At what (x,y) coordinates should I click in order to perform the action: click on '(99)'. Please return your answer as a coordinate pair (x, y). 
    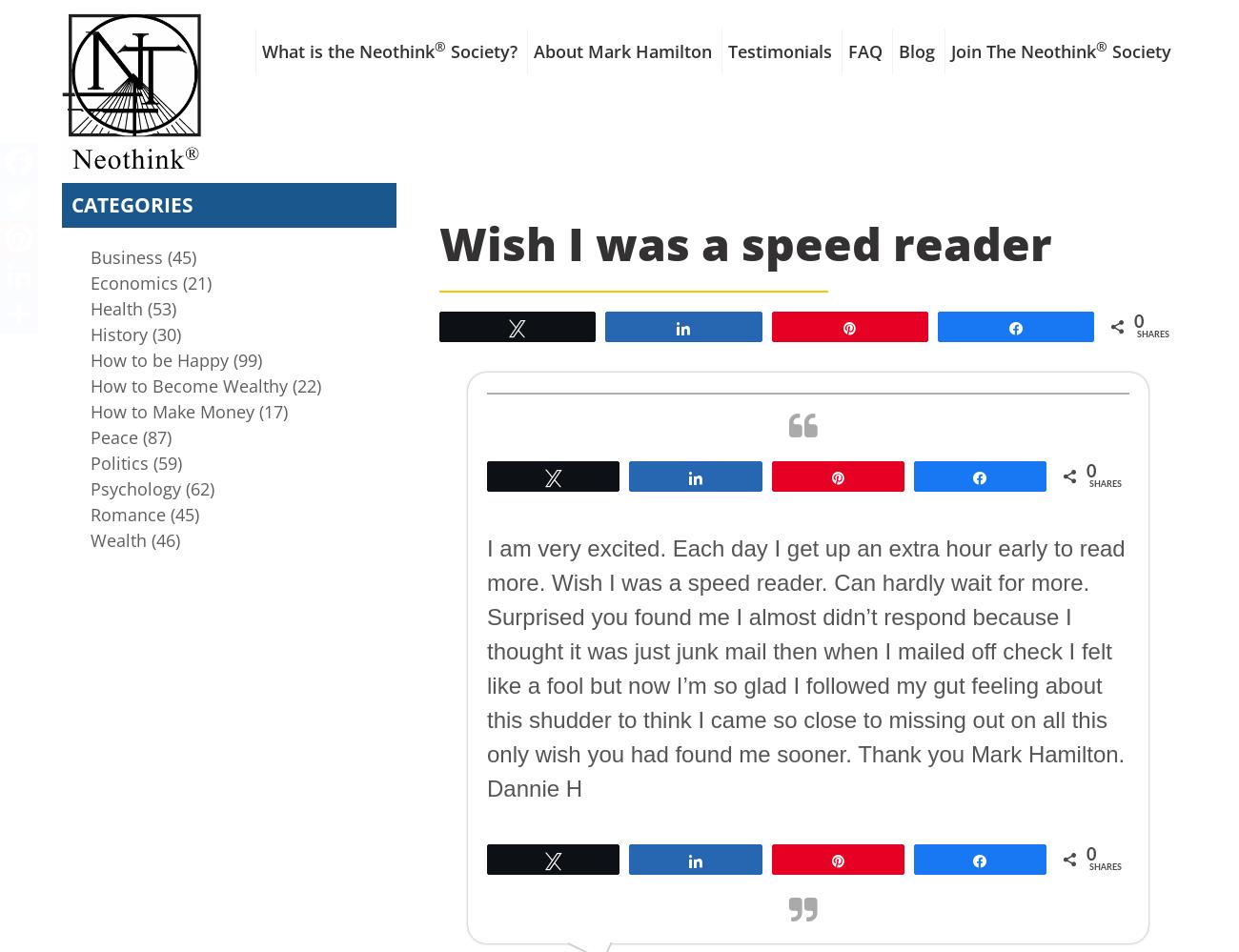
    Looking at the image, I should click on (244, 360).